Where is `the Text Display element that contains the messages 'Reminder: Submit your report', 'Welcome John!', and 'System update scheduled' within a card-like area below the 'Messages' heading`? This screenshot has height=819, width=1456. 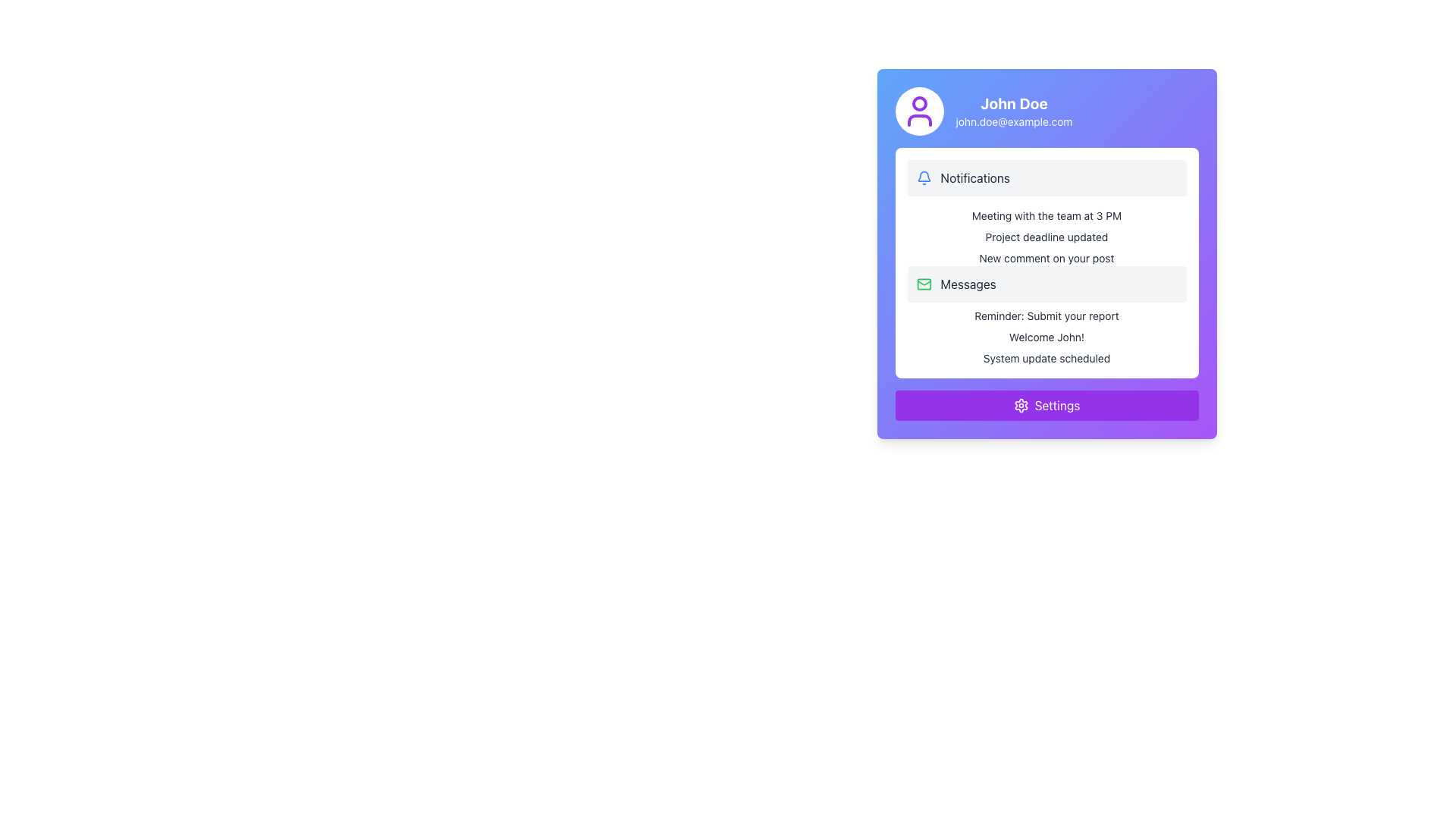
the Text Display element that contains the messages 'Reminder: Submit your report', 'Welcome John!', and 'System update scheduled' within a card-like area below the 'Messages' heading is located at coordinates (1046, 336).